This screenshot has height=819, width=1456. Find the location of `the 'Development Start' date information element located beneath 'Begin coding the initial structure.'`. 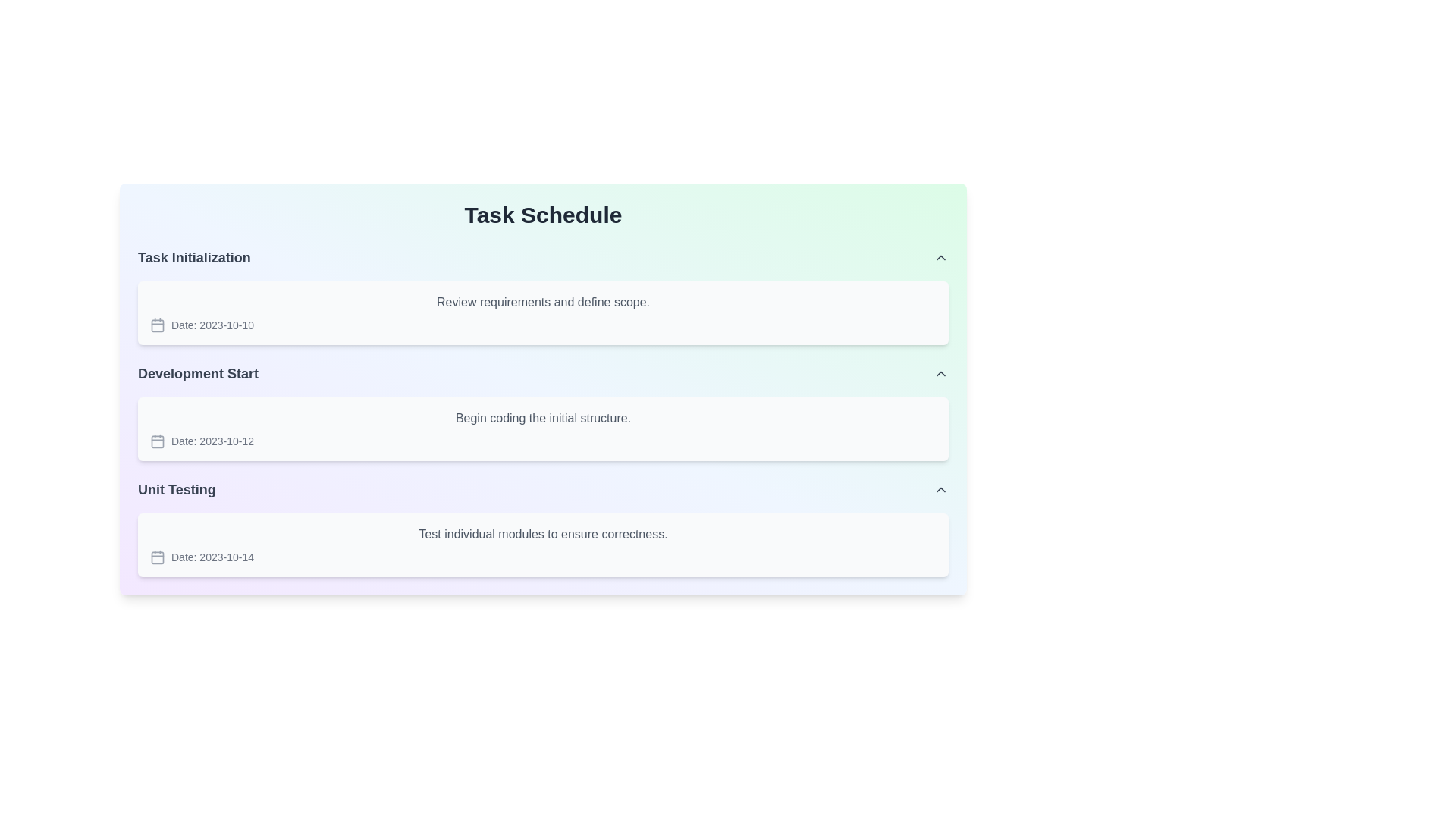

the 'Development Start' date information element located beneath 'Begin coding the initial structure.' is located at coordinates (543, 441).